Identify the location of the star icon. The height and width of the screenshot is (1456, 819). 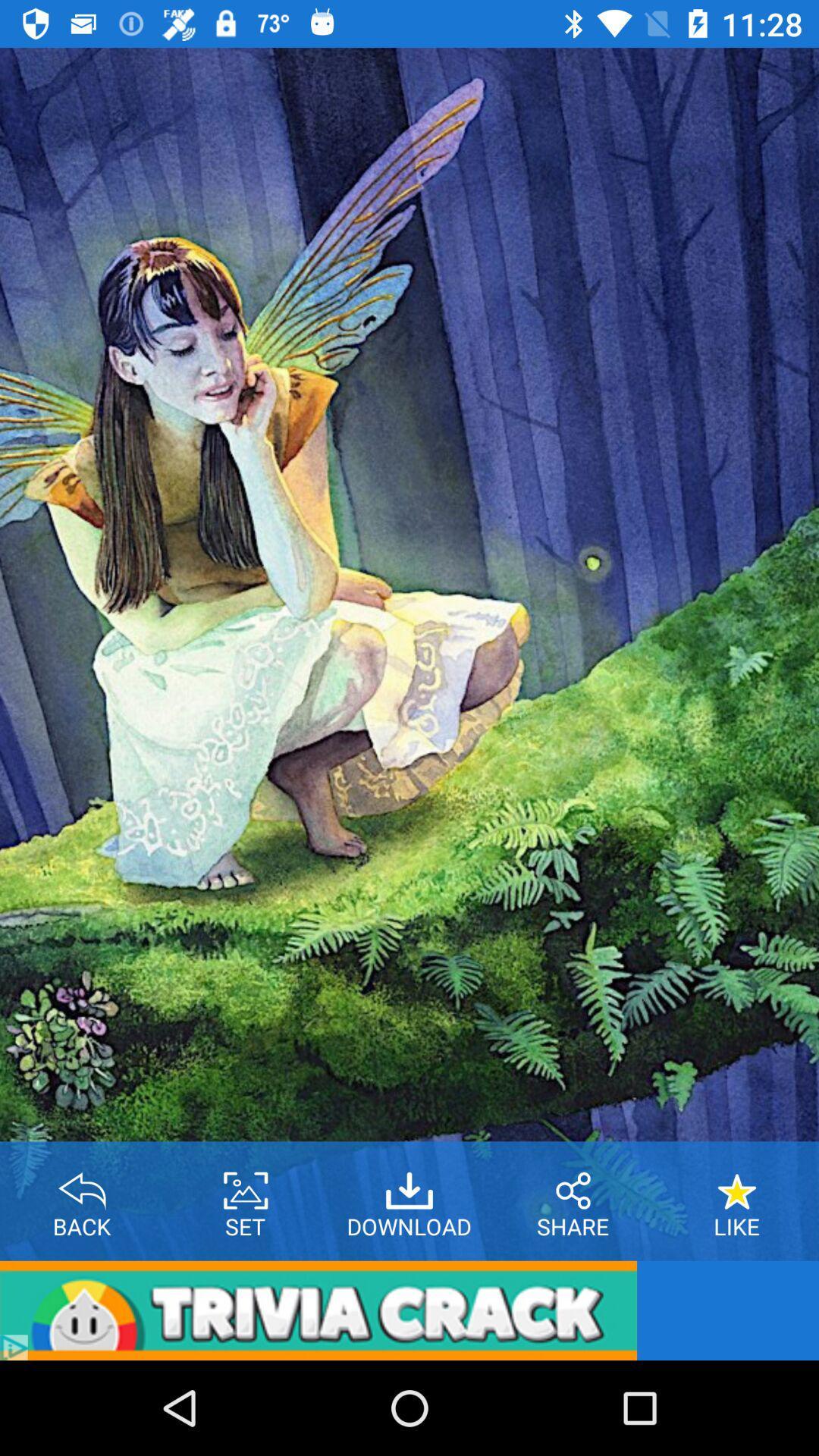
(736, 1185).